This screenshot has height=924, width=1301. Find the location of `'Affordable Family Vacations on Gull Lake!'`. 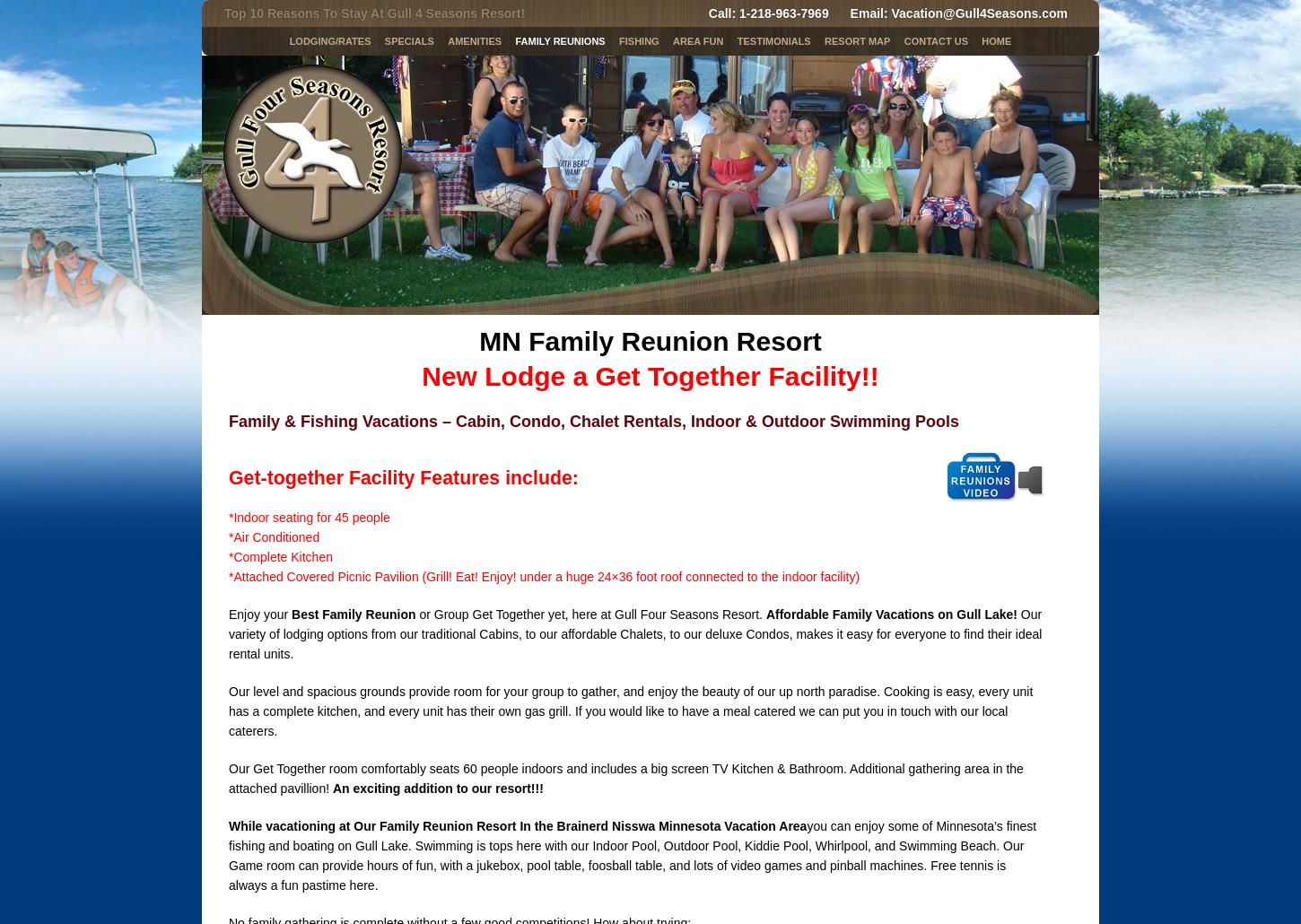

'Affordable Family Vacations on Gull Lake!' is located at coordinates (890, 613).